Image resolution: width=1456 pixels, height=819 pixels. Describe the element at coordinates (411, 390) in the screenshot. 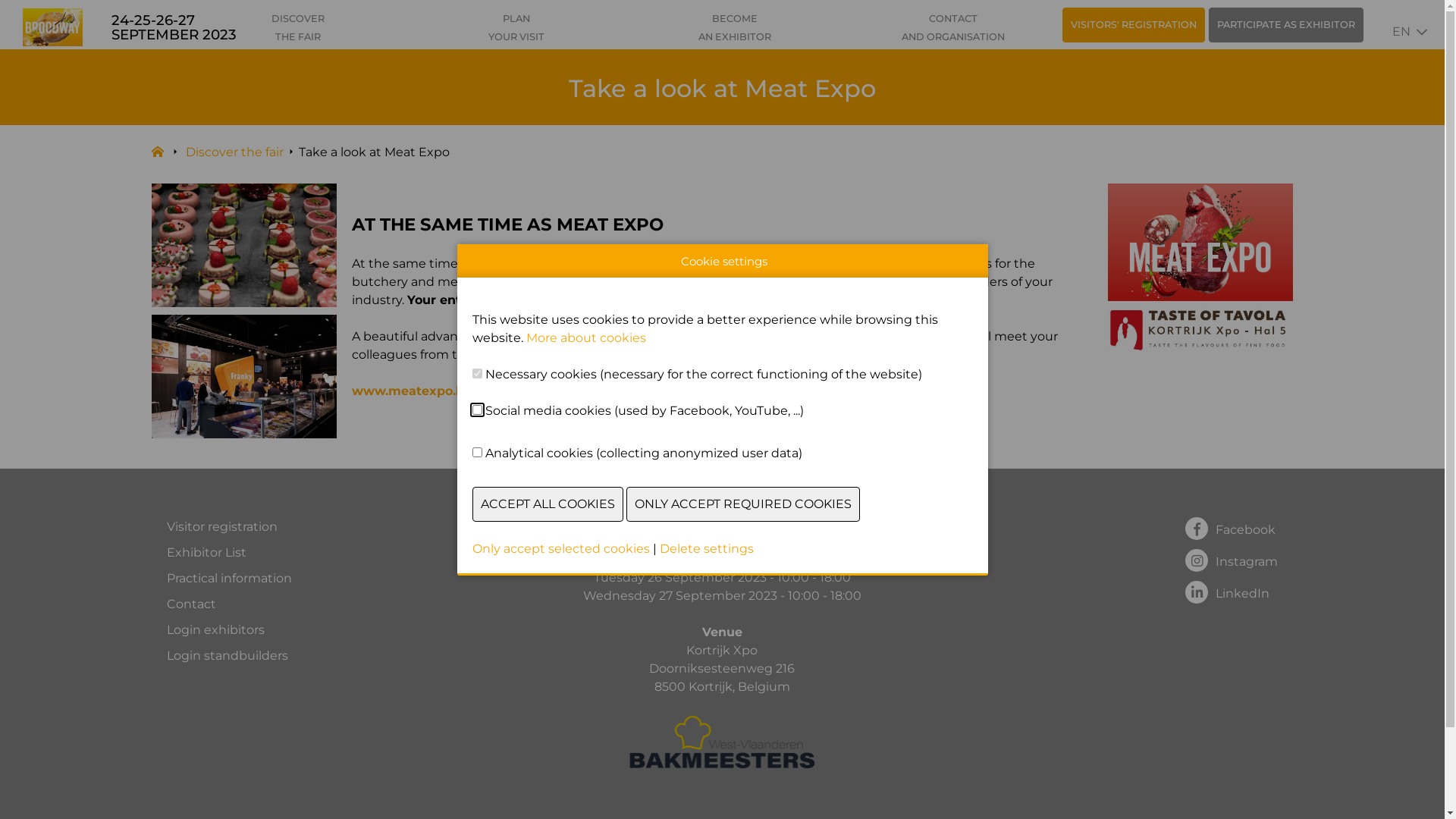

I see `'www.meatexpo.be'` at that location.